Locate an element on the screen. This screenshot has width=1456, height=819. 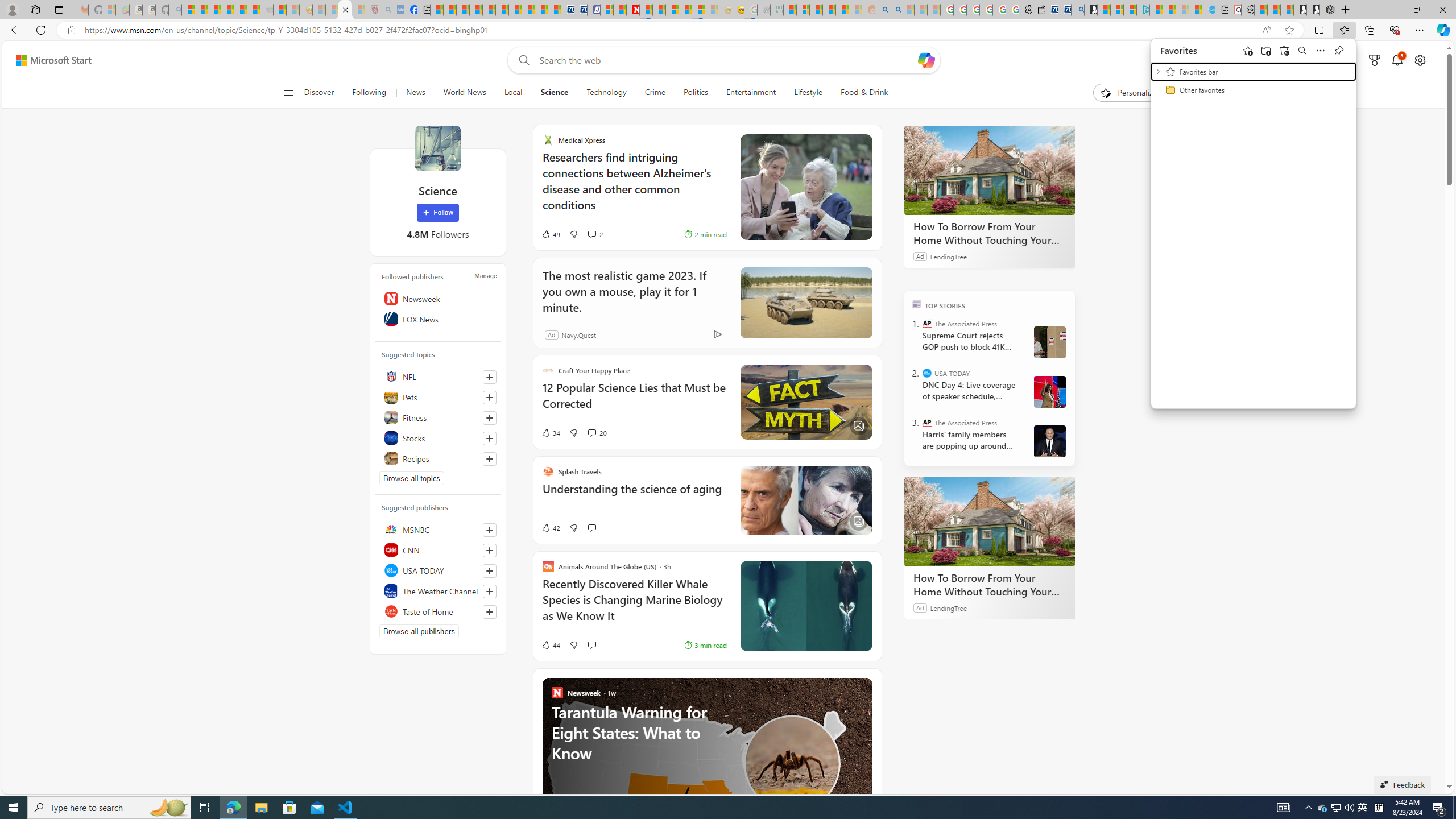
'Action Center, 2 new notifications' is located at coordinates (1439, 806).